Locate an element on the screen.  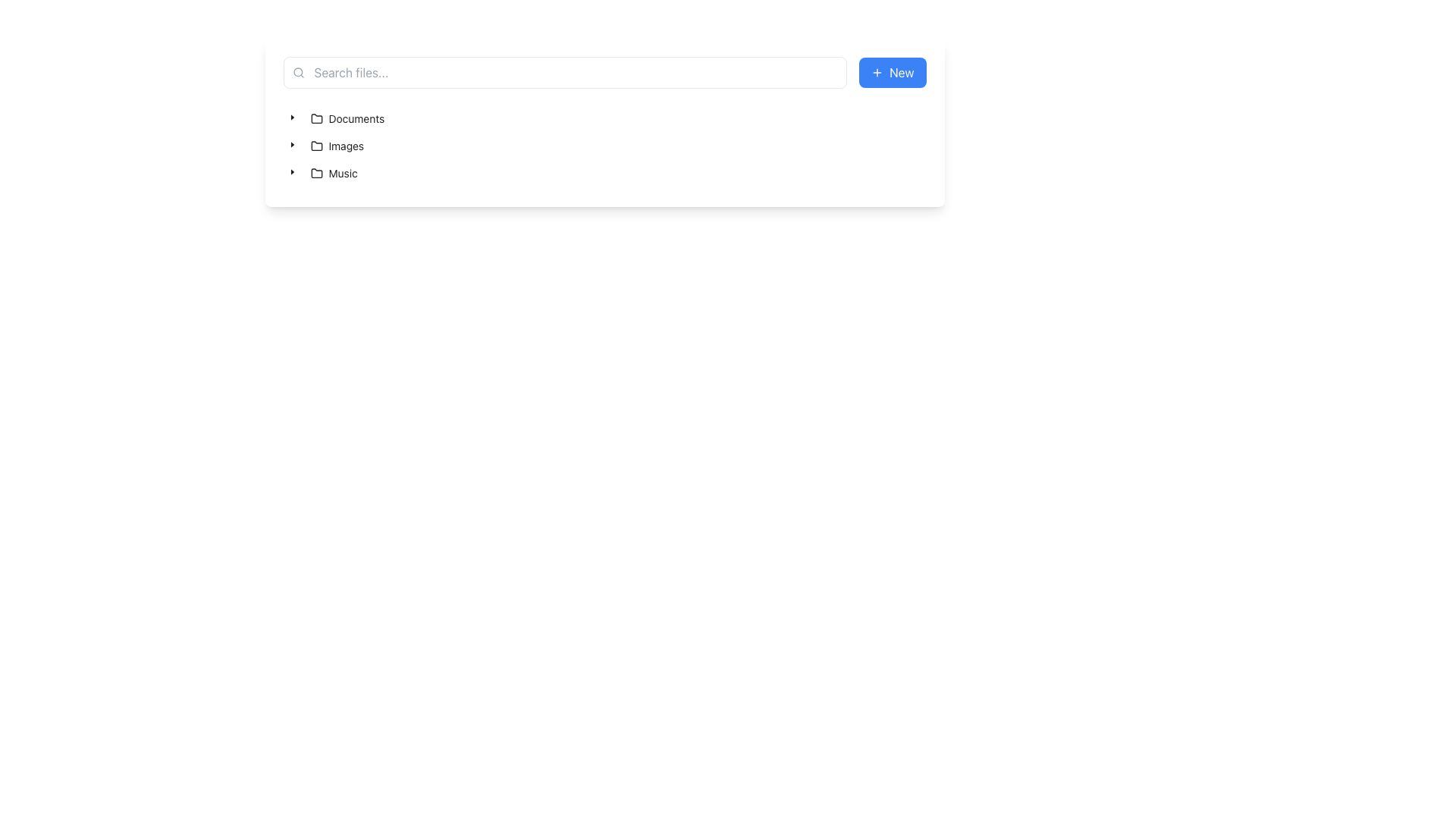
the 'Music' label with icon, which is the third item in the vertical list tree is located at coordinates (333, 172).